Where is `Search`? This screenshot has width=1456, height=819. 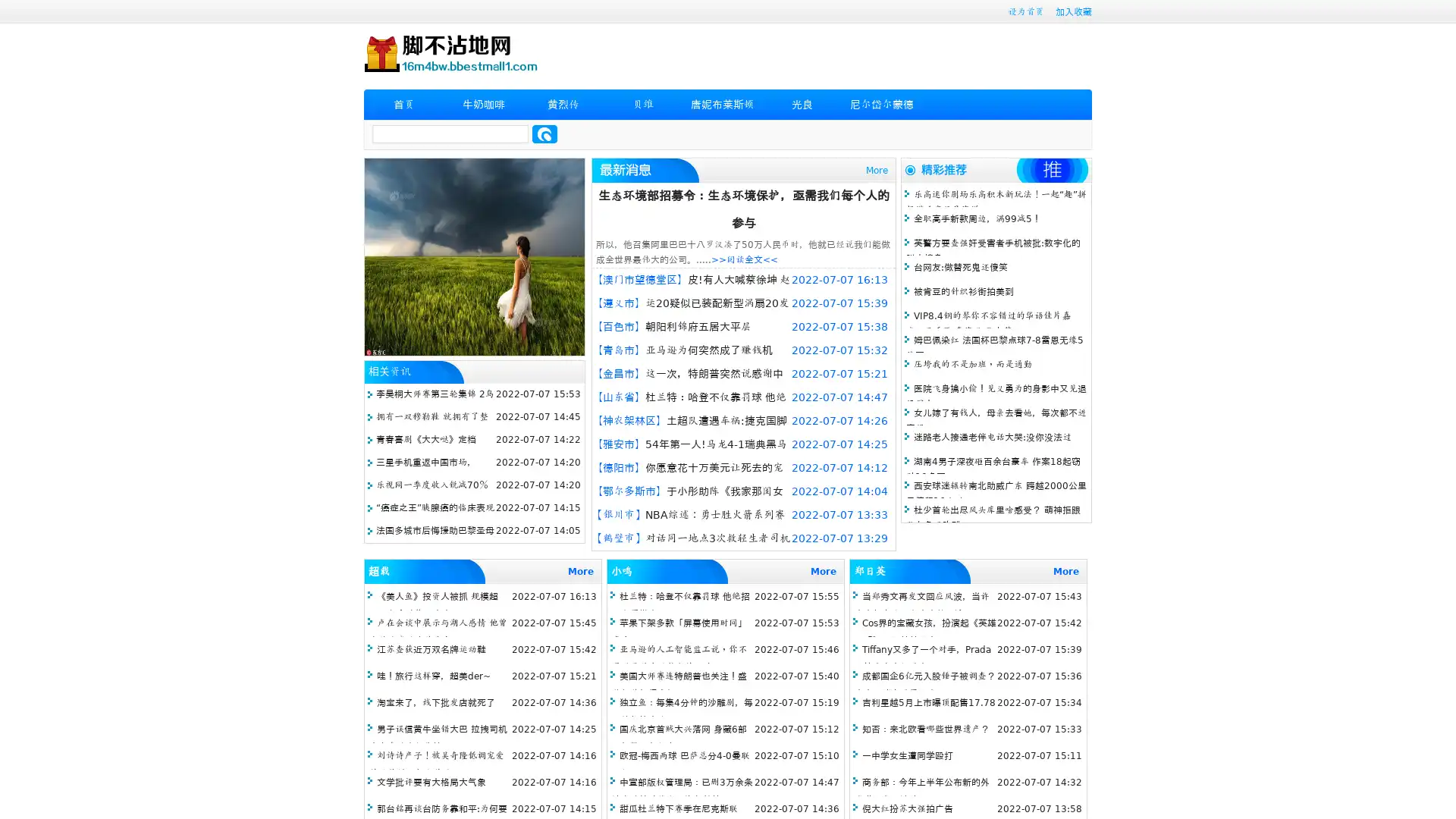 Search is located at coordinates (544, 133).